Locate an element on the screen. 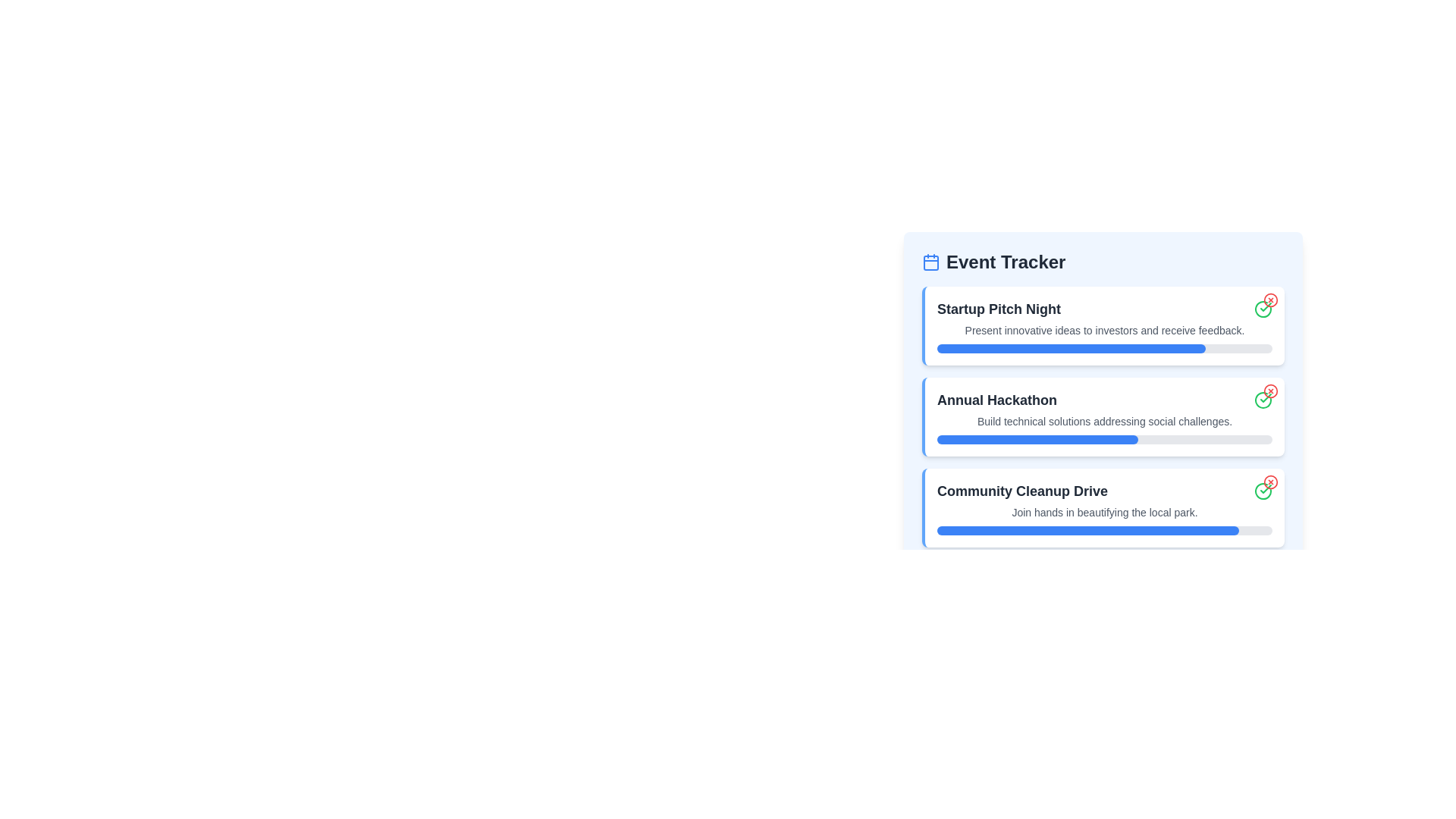 The image size is (1456, 819). the circular green check symbol located in the middle row of a card-like interface, which is the leftmost component in the icon group next to a text and progress bar is located at coordinates (1263, 309).